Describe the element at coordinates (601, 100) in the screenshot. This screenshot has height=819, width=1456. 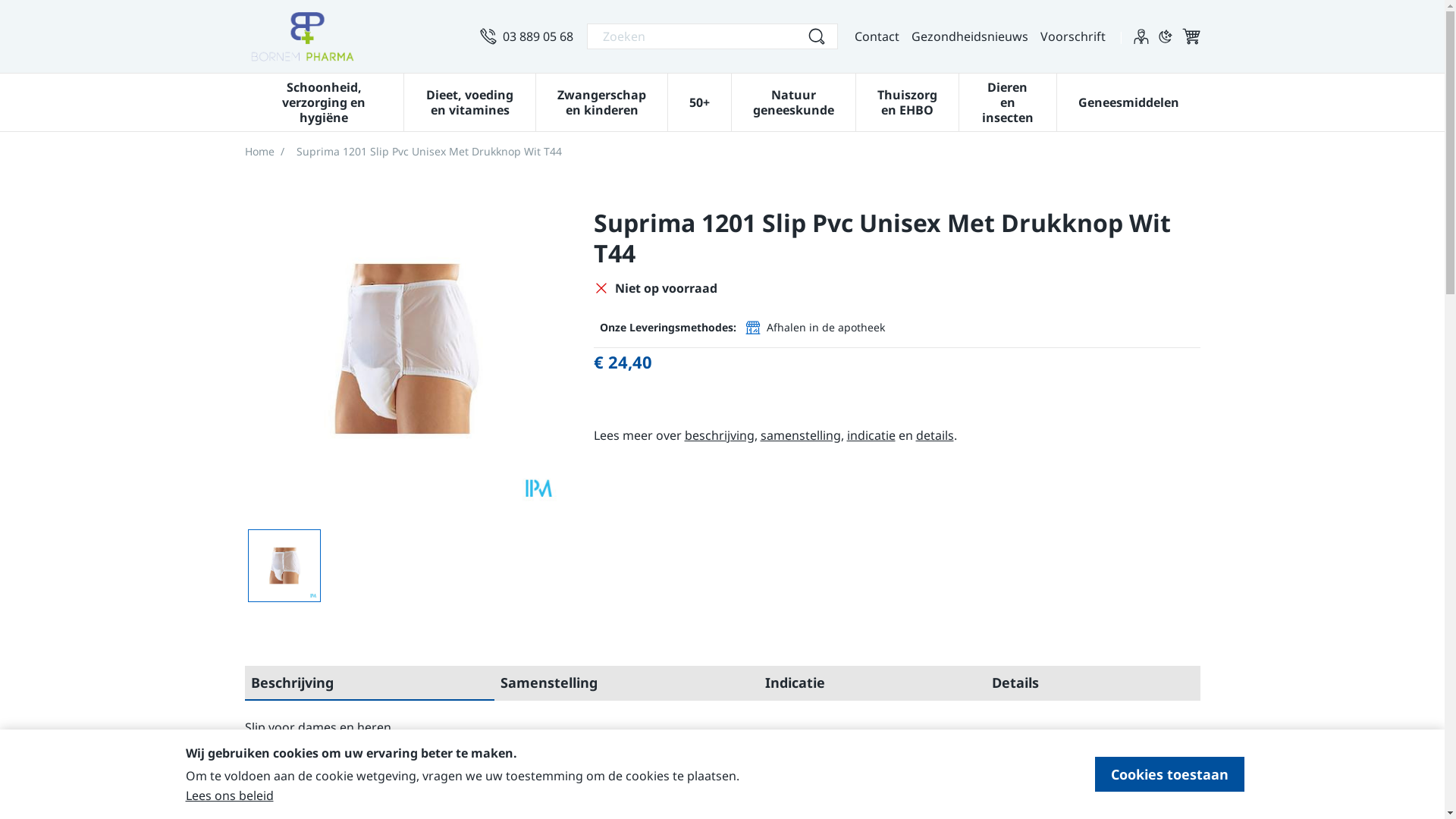
I see `'Zwangerschap en kinderen'` at that location.